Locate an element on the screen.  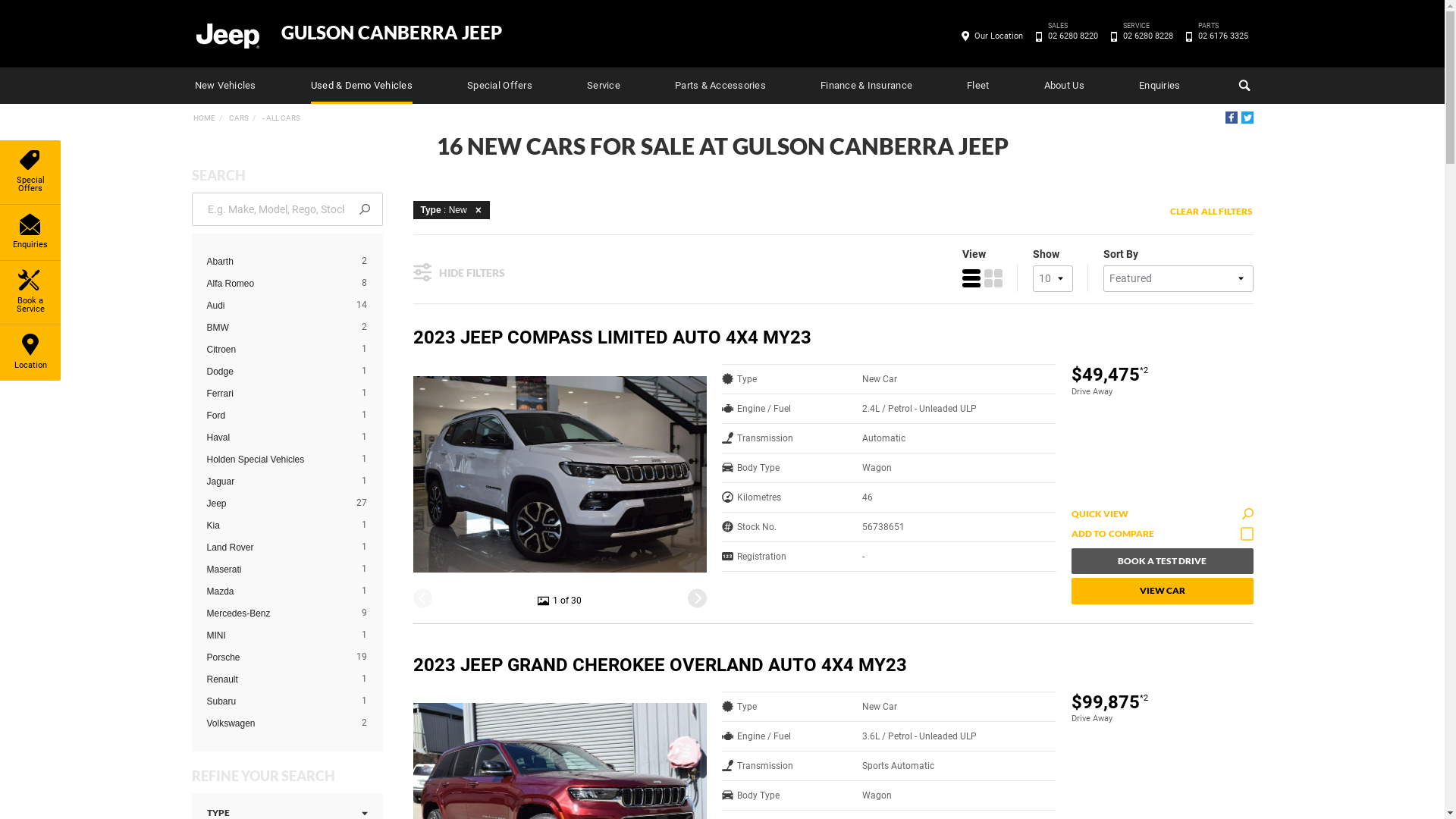
'BOOK A TEST DRIVE' is located at coordinates (1160, 561).